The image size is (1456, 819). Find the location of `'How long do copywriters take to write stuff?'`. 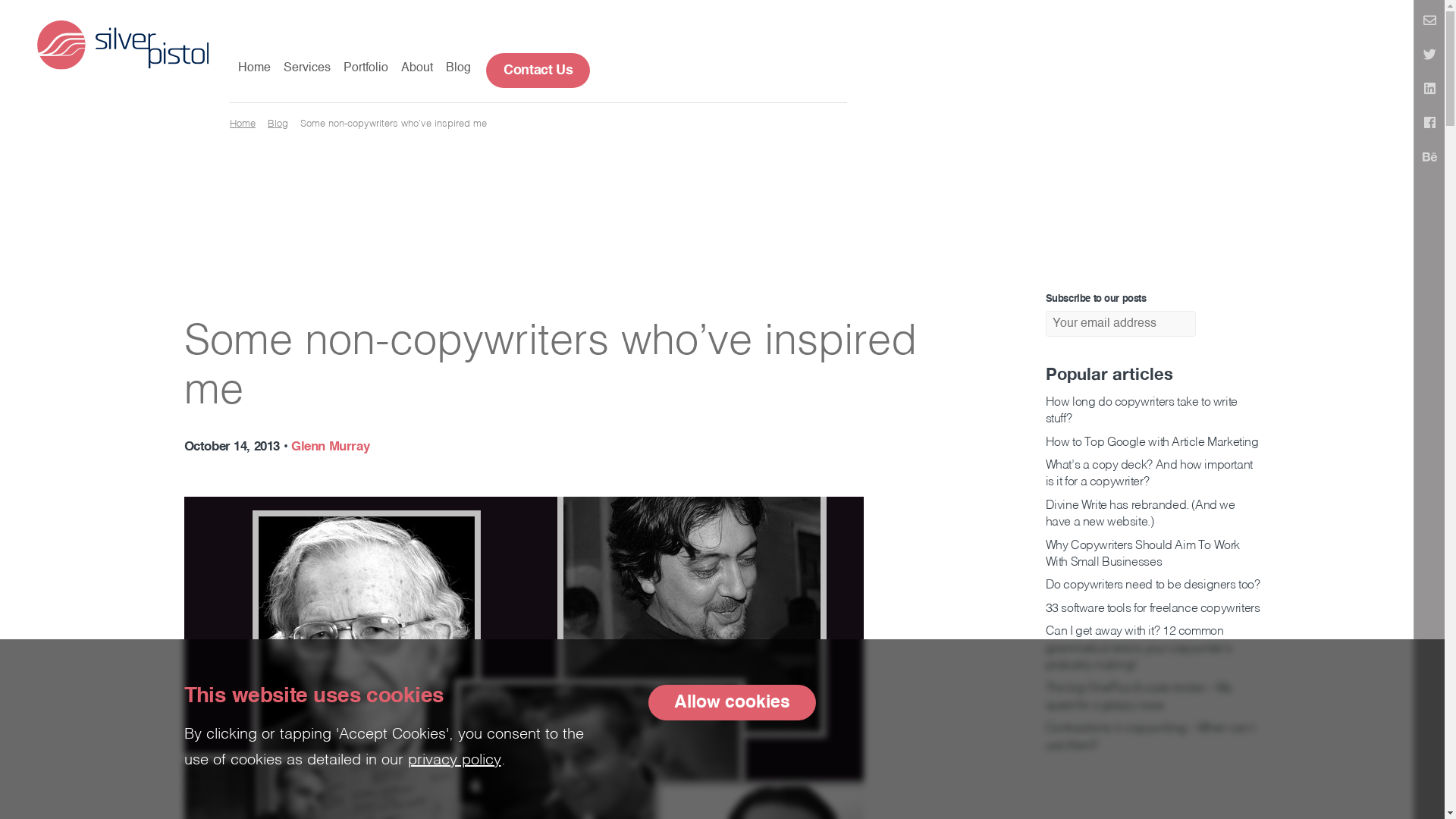

'How long do copywriters take to write stuff?' is located at coordinates (1141, 411).